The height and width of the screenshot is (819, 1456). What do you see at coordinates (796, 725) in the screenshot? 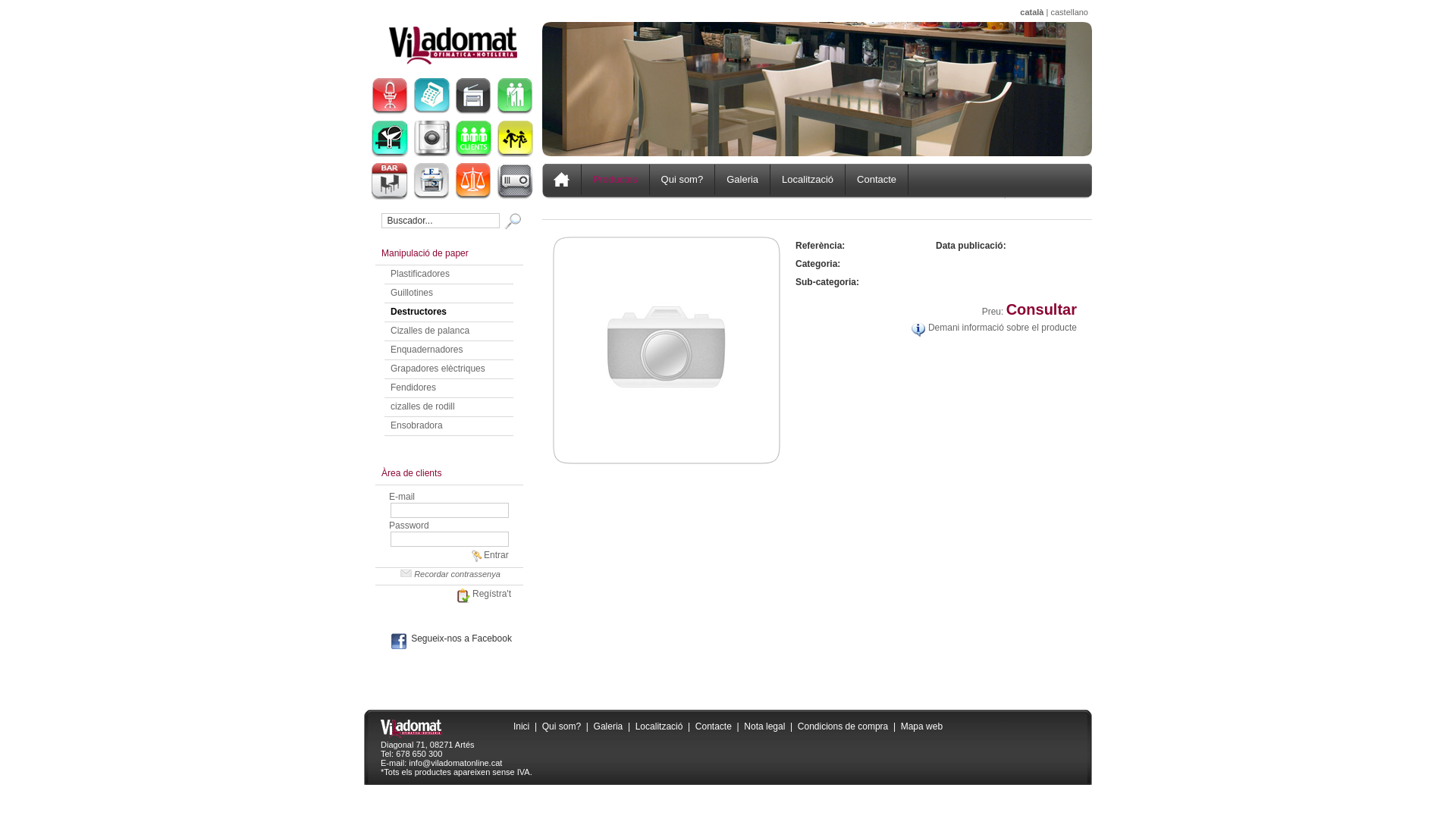
I see `'Condicions de compra'` at bounding box center [796, 725].